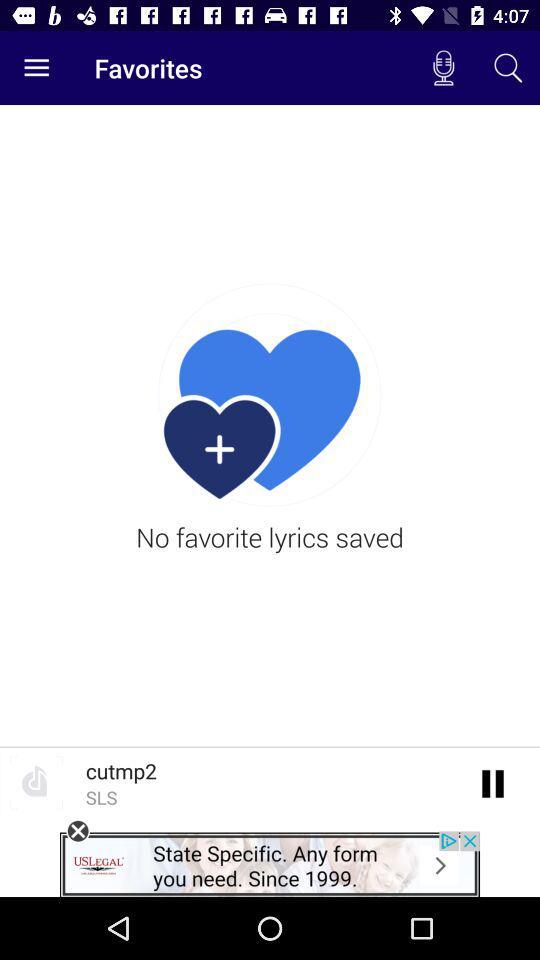 Image resolution: width=540 pixels, height=960 pixels. What do you see at coordinates (77, 831) in the screenshot?
I see `advertisement` at bounding box center [77, 831].